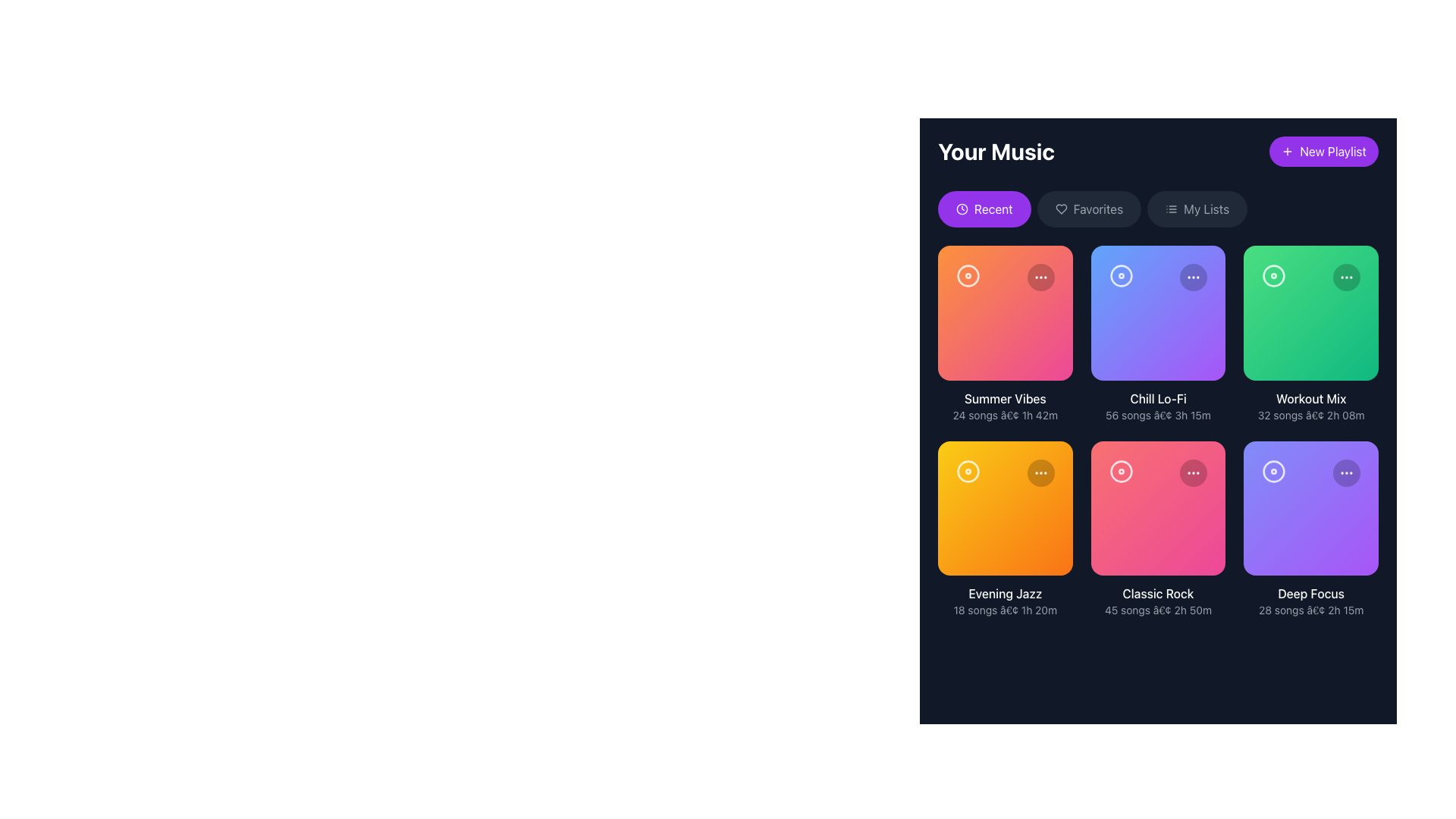  I want to click on the text label displaying '56 songs • 3h 15m', which is located below the title 'Chill Lo-Fi' in the playlist card layout, so click(1157, 415).